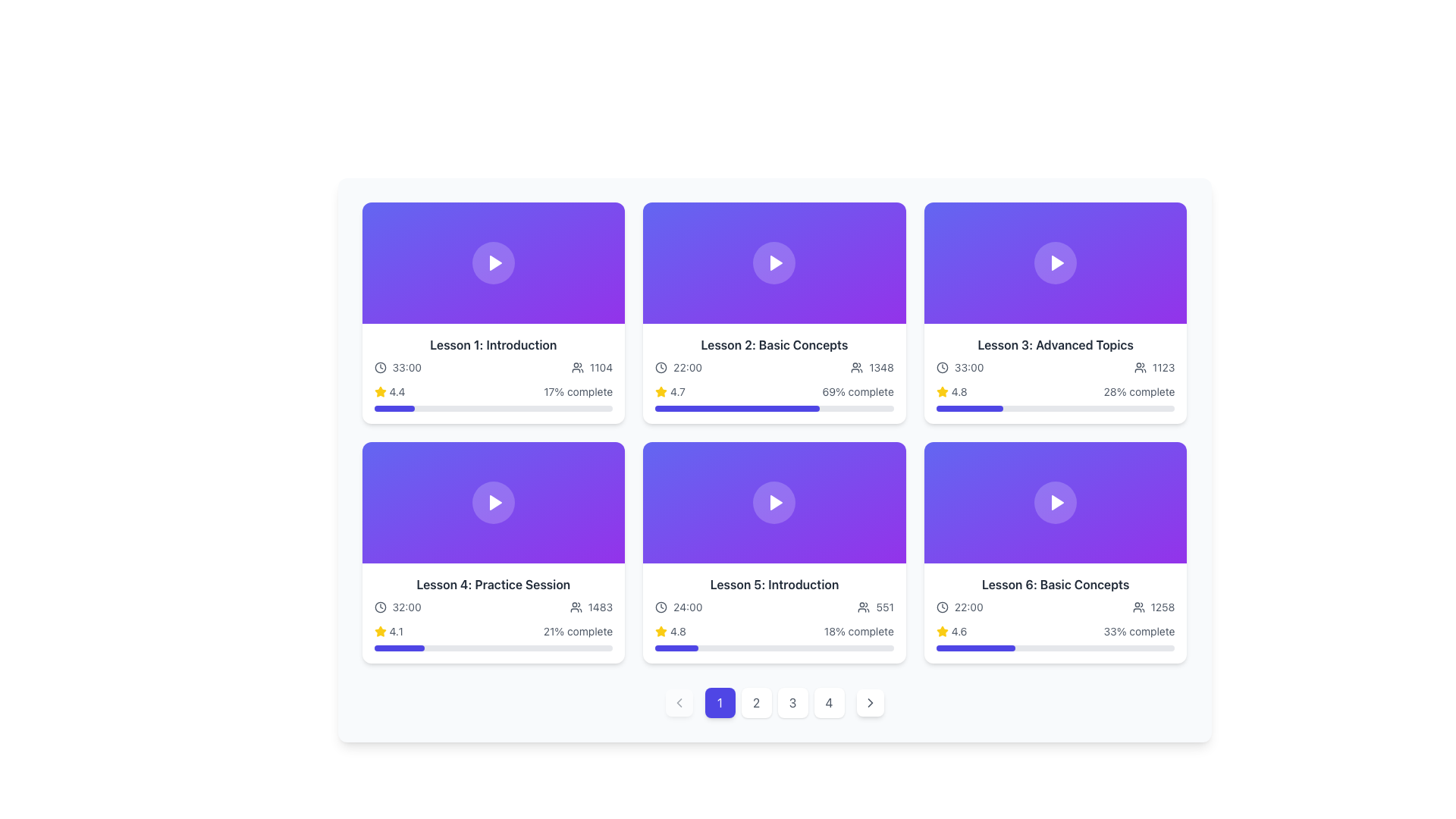 The width and height of the screenshot is (1456, 819). Describe the element at coordinates (1055, 503) in the screenshot. I see `the play button in the clickable thumbnail with a gradient background and a play icon, located in 'Lesson 6: Basic Concepts'` at that location.